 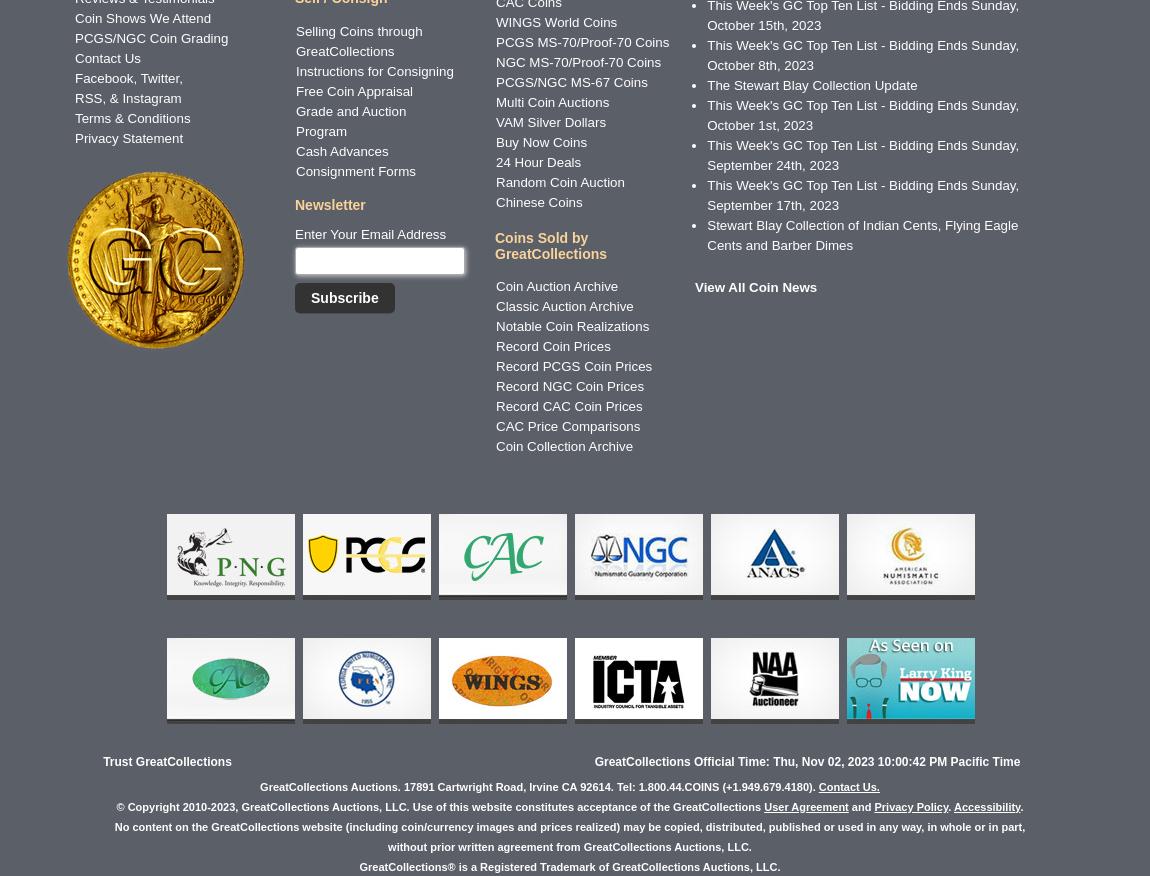 I want to click on 'Privacy Policy', so click(x=911, y=805).